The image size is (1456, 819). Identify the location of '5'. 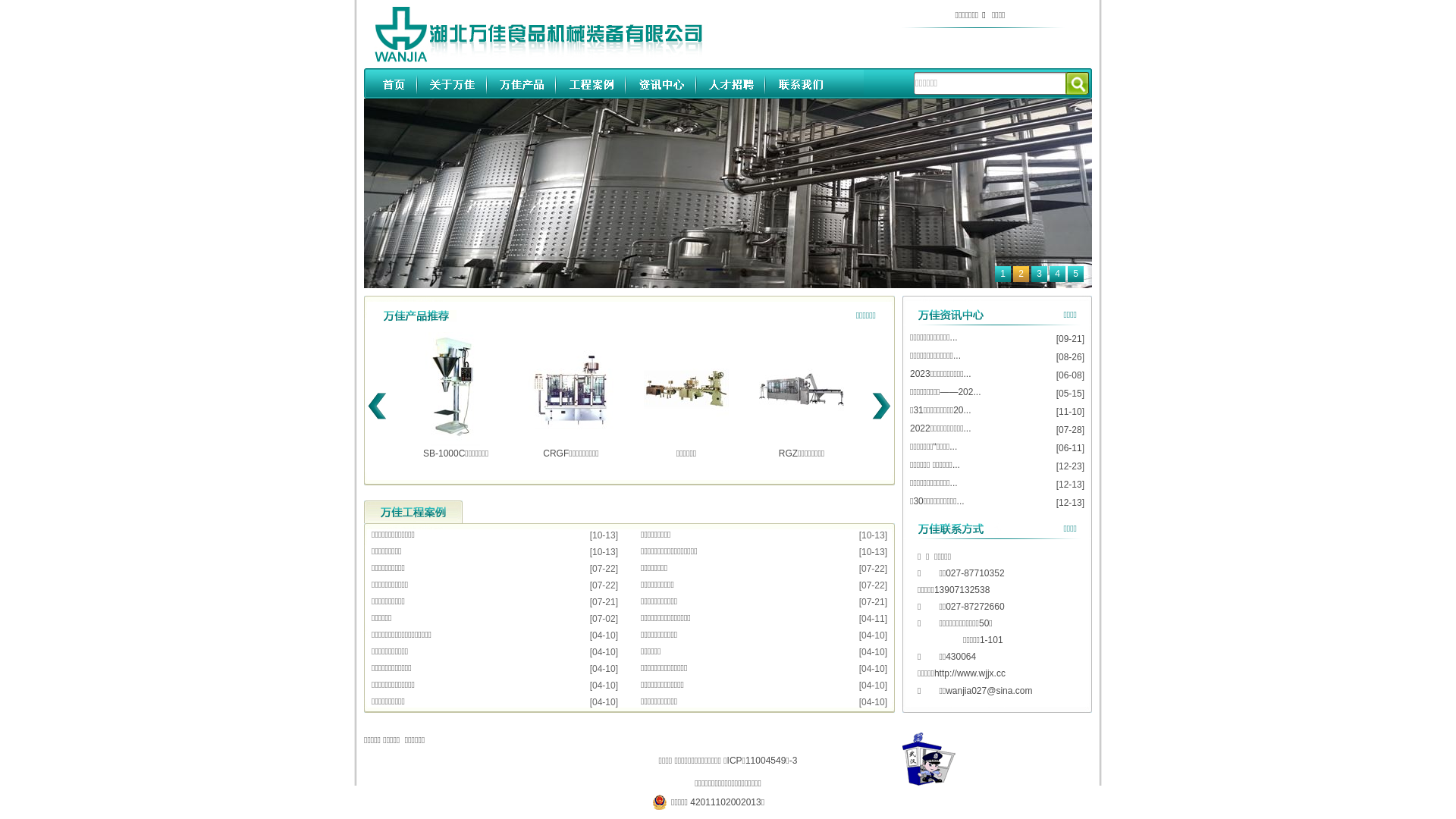
(1075, 274).